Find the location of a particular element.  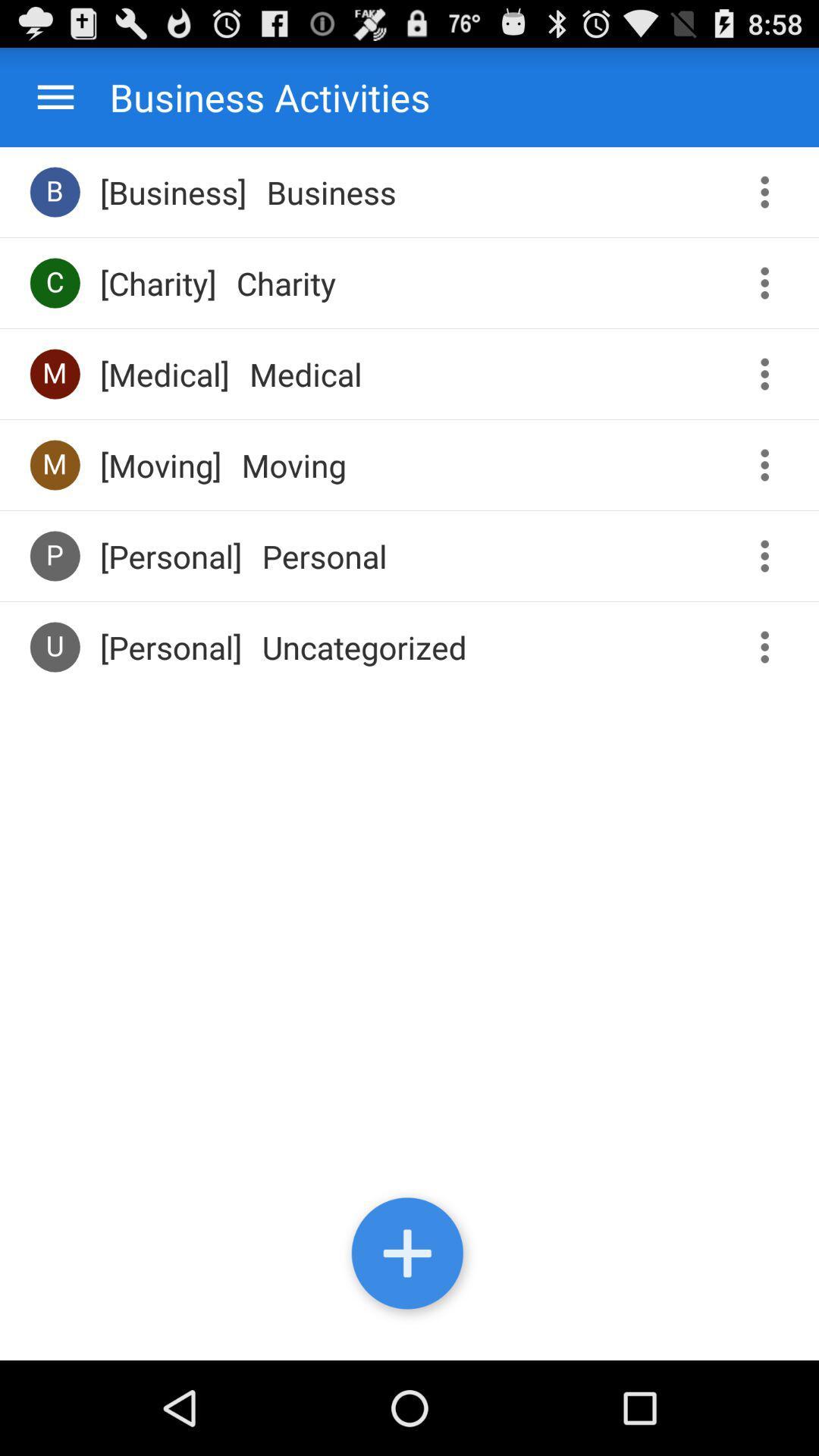

icon left to business is located at coordinates (55, 192).